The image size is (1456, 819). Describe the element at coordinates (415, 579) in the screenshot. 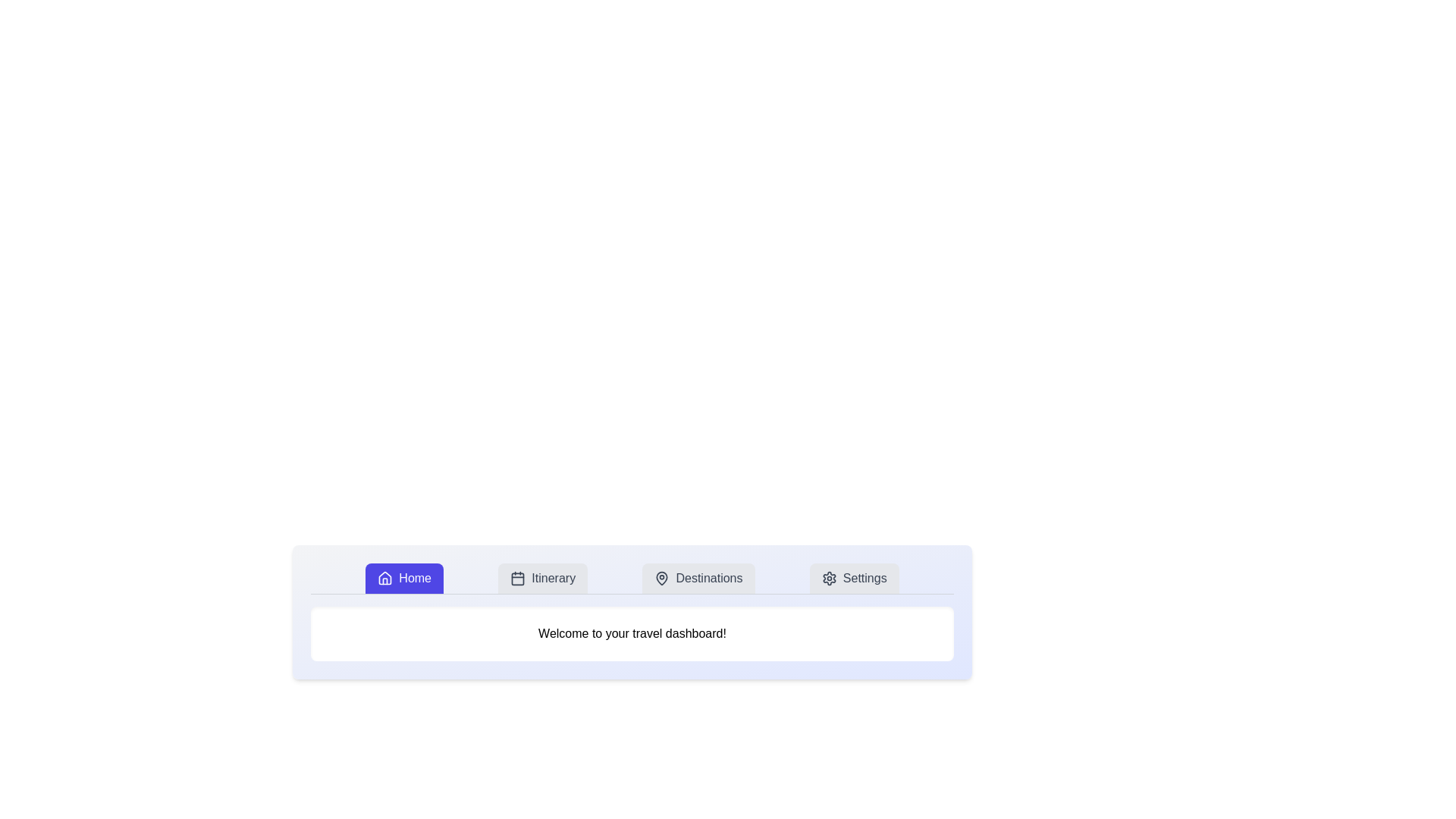

I see `the 'Home' text label located in the top-left section of the navigation bar` at that location.